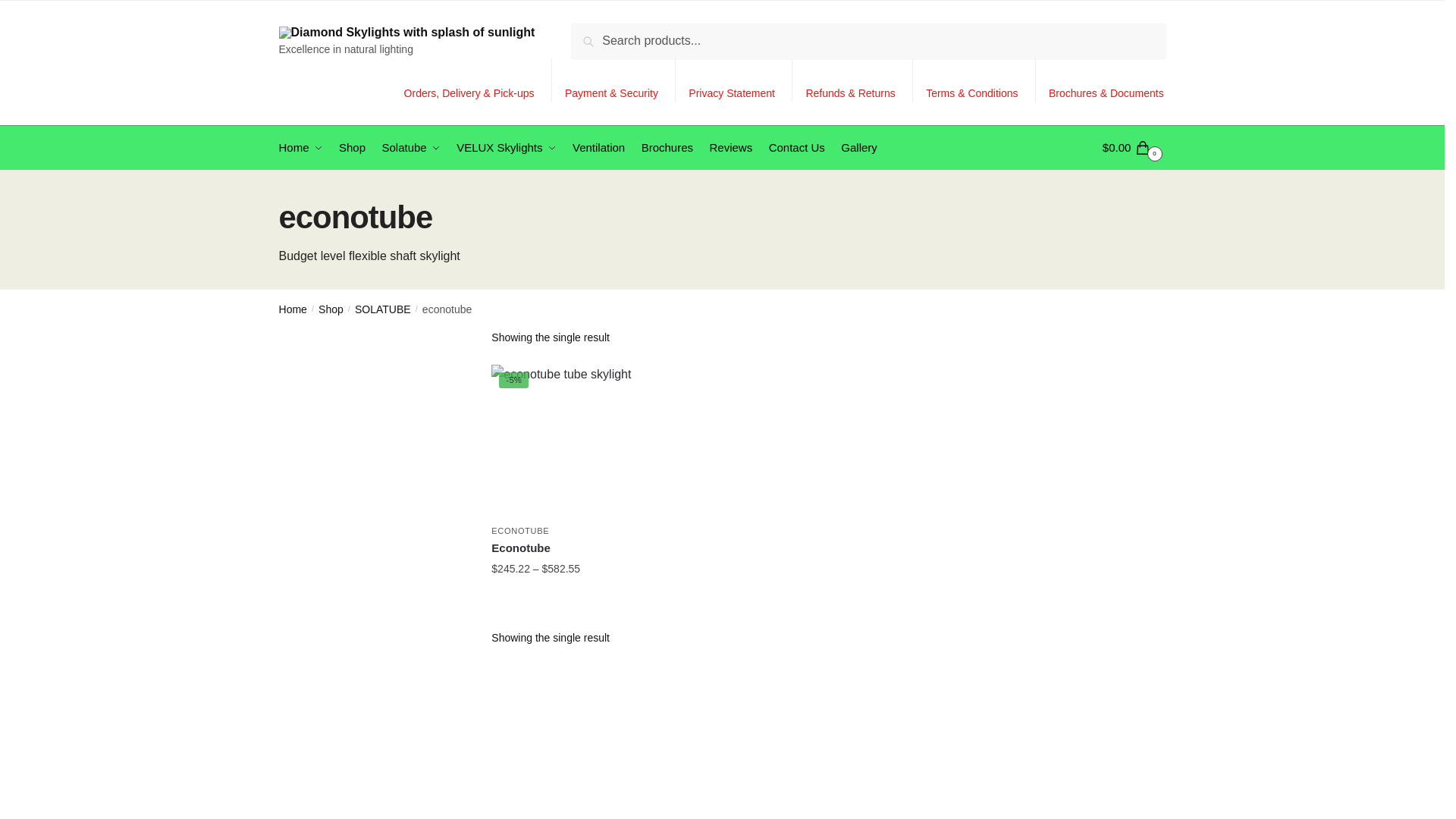 Image resolution: width=1456 pixels, height=819 pixels. Describe the element at coordinates (858, 148) in the screenshot. I see `'Gallery'` at that location.